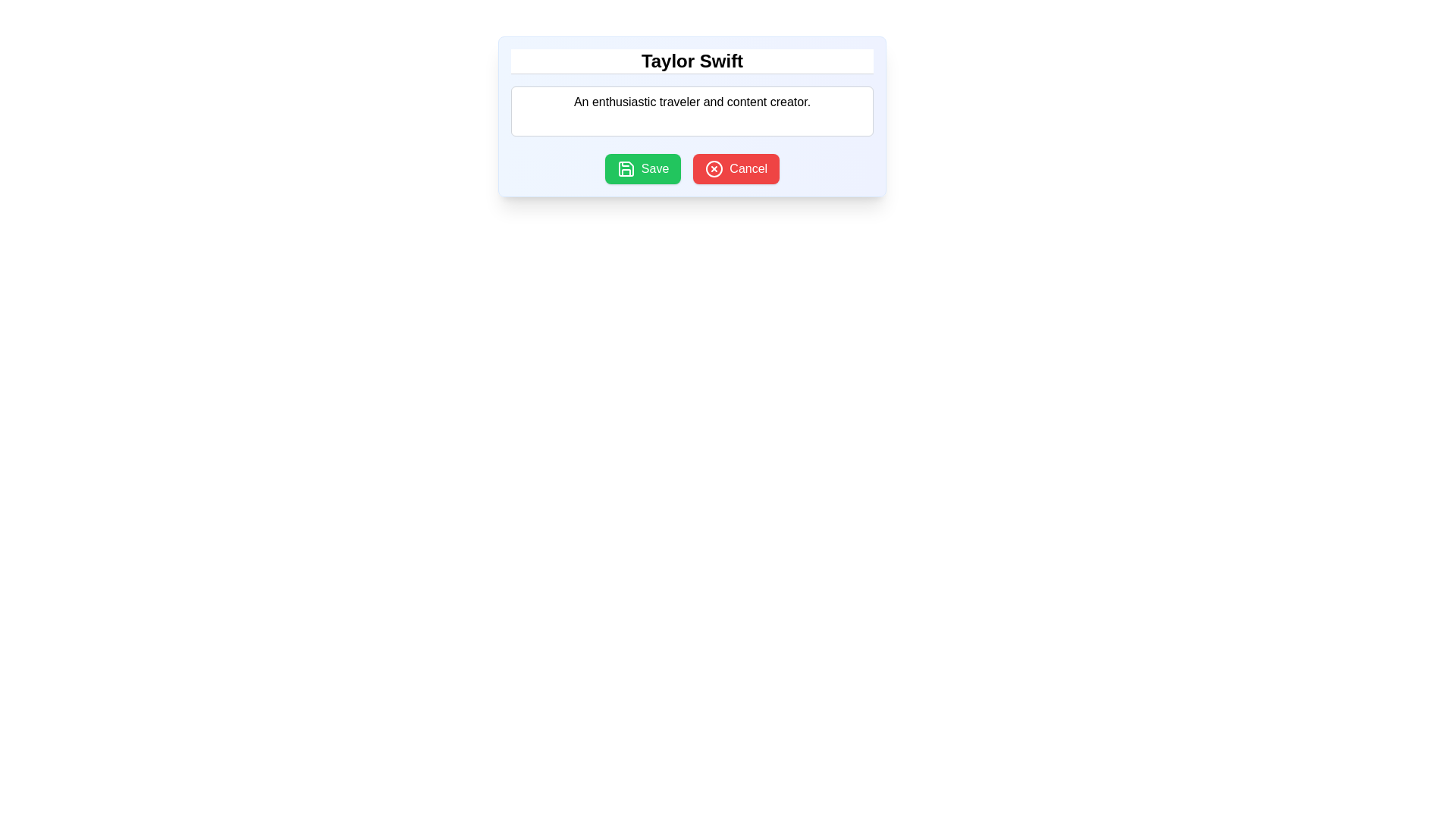  Describe the element at coordinates (643, 169) in the screenshot. I see `the 'Save' button, which is the first button in the horizontally aligned group positioned below the descriptive text box` at that location.